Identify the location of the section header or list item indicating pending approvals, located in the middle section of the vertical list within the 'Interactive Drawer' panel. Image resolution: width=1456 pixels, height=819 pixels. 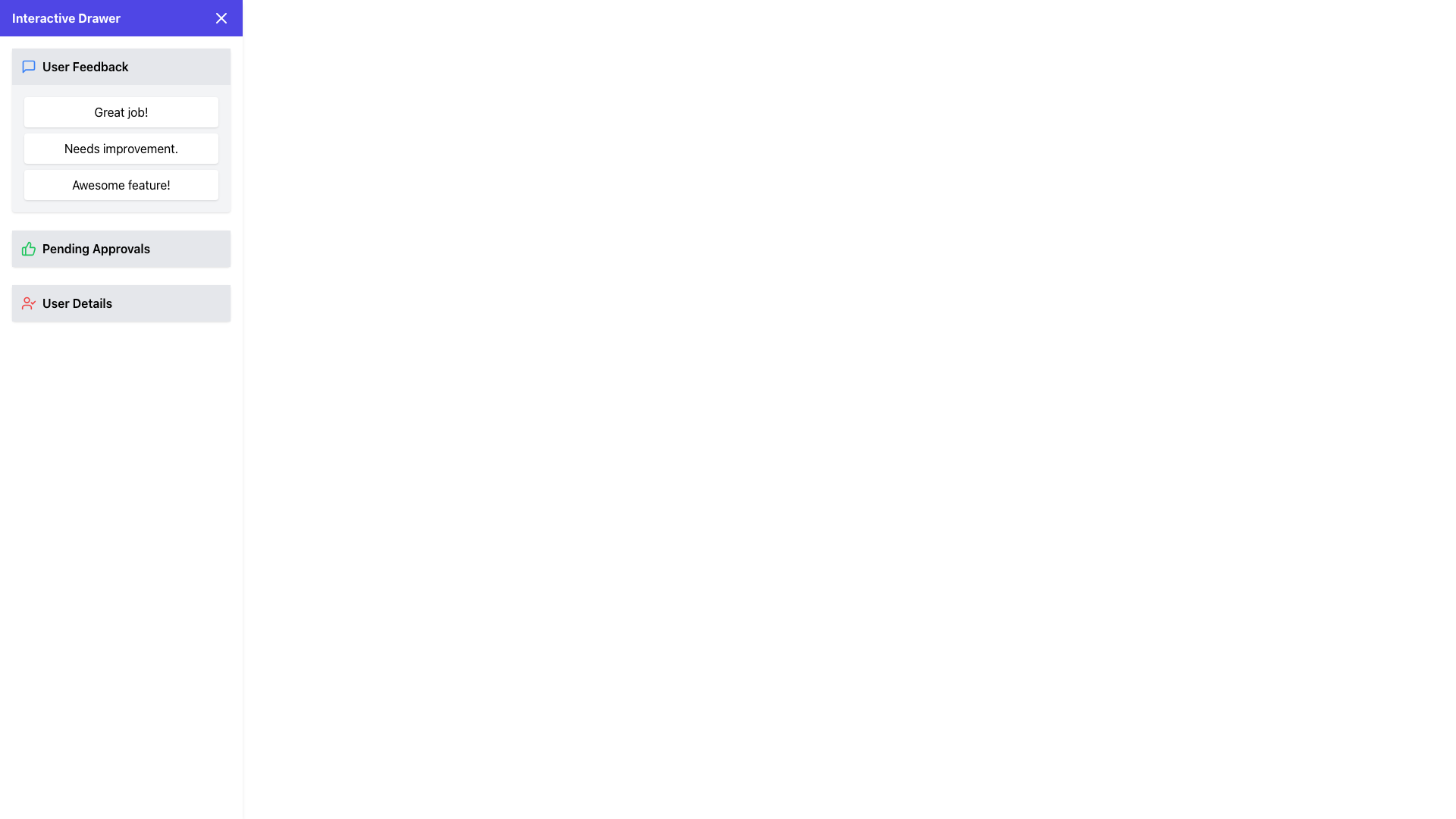
(120, 247).